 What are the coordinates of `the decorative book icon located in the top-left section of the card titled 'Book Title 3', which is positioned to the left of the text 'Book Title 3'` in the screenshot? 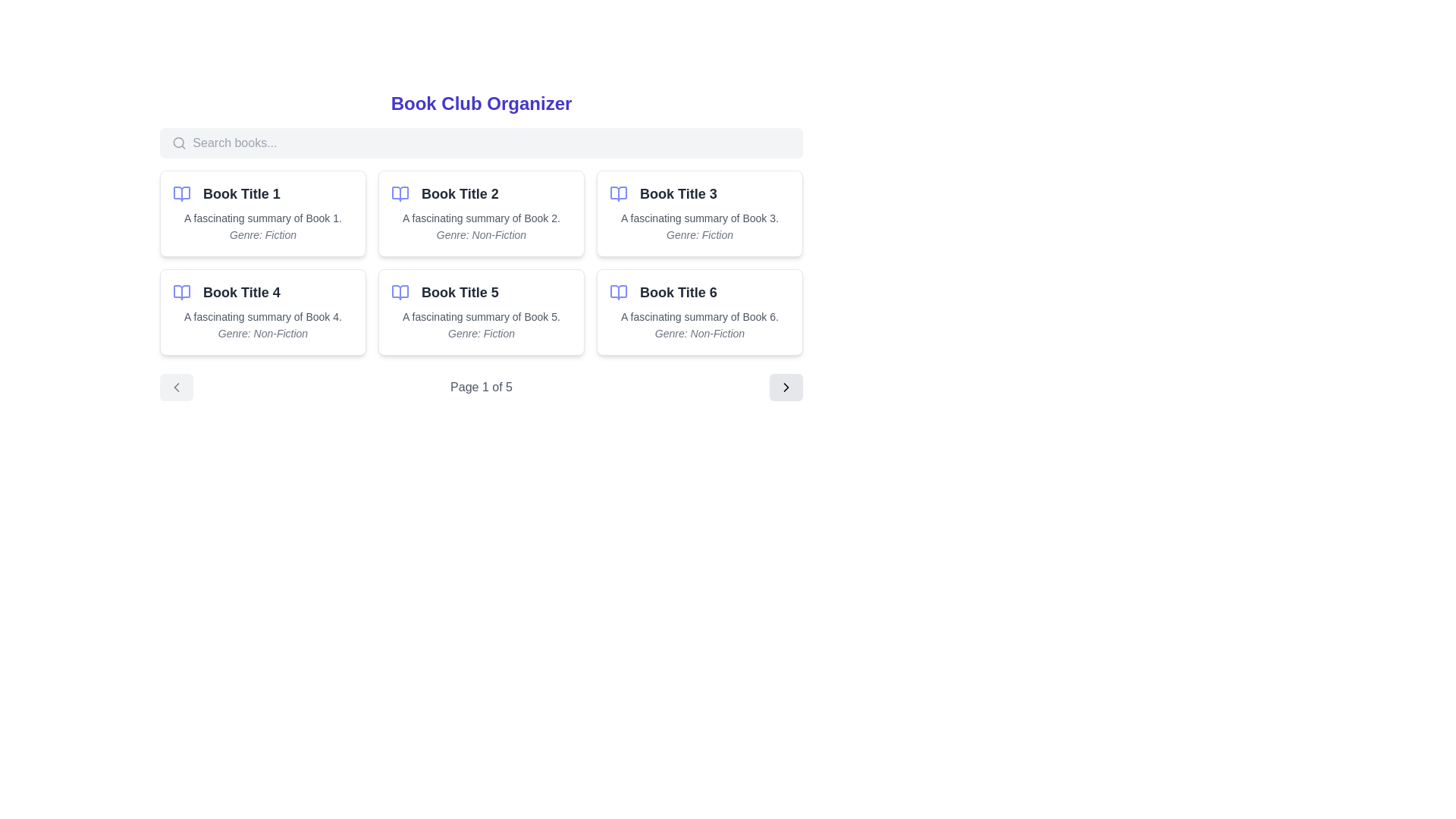 It's located at (619, 193).